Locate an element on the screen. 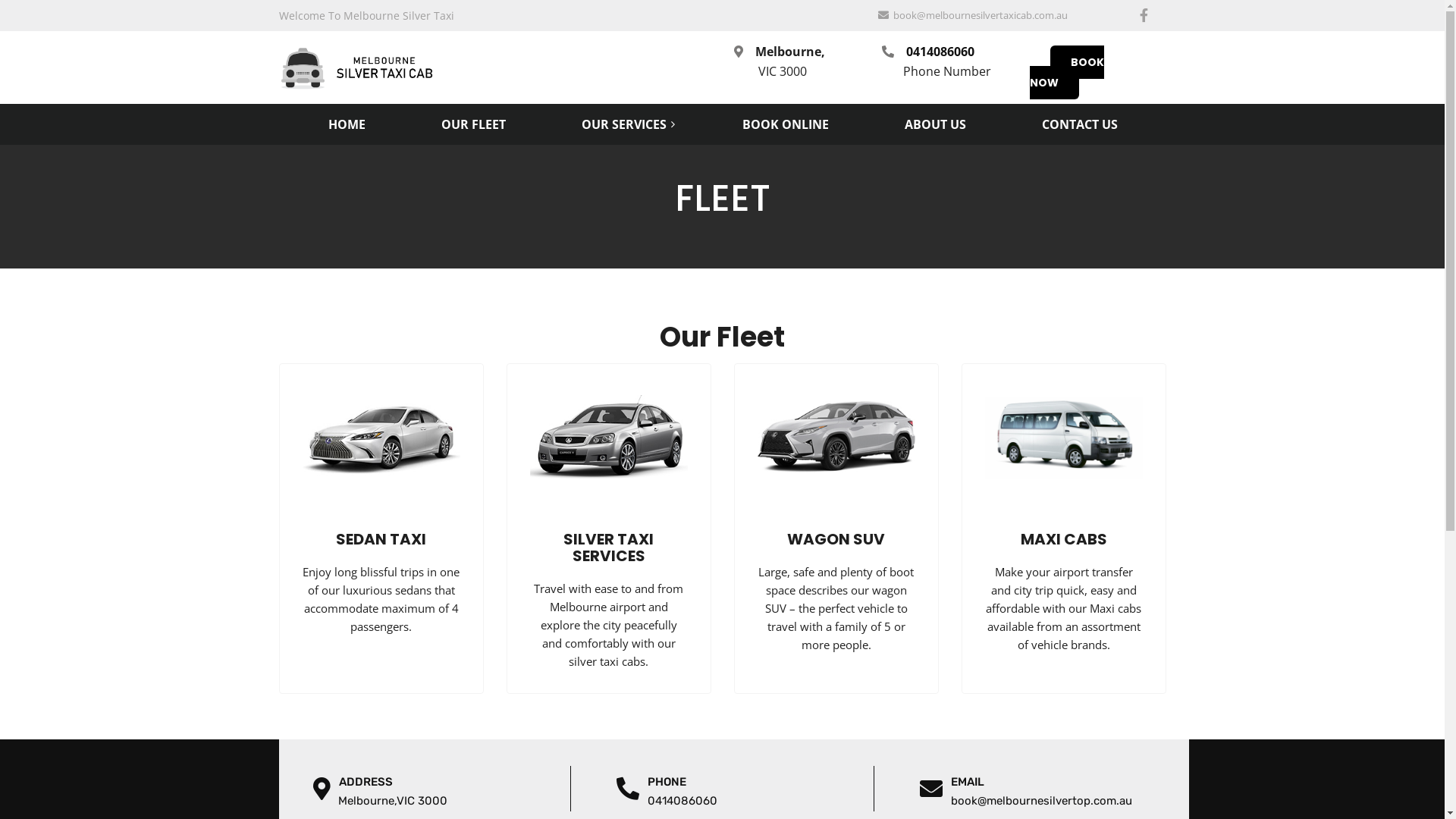 Image resolution: width=1456 pixels, height=819 pixels. '         book@melbournesilvertop.com.au' is located at coordinates (1028, 800).